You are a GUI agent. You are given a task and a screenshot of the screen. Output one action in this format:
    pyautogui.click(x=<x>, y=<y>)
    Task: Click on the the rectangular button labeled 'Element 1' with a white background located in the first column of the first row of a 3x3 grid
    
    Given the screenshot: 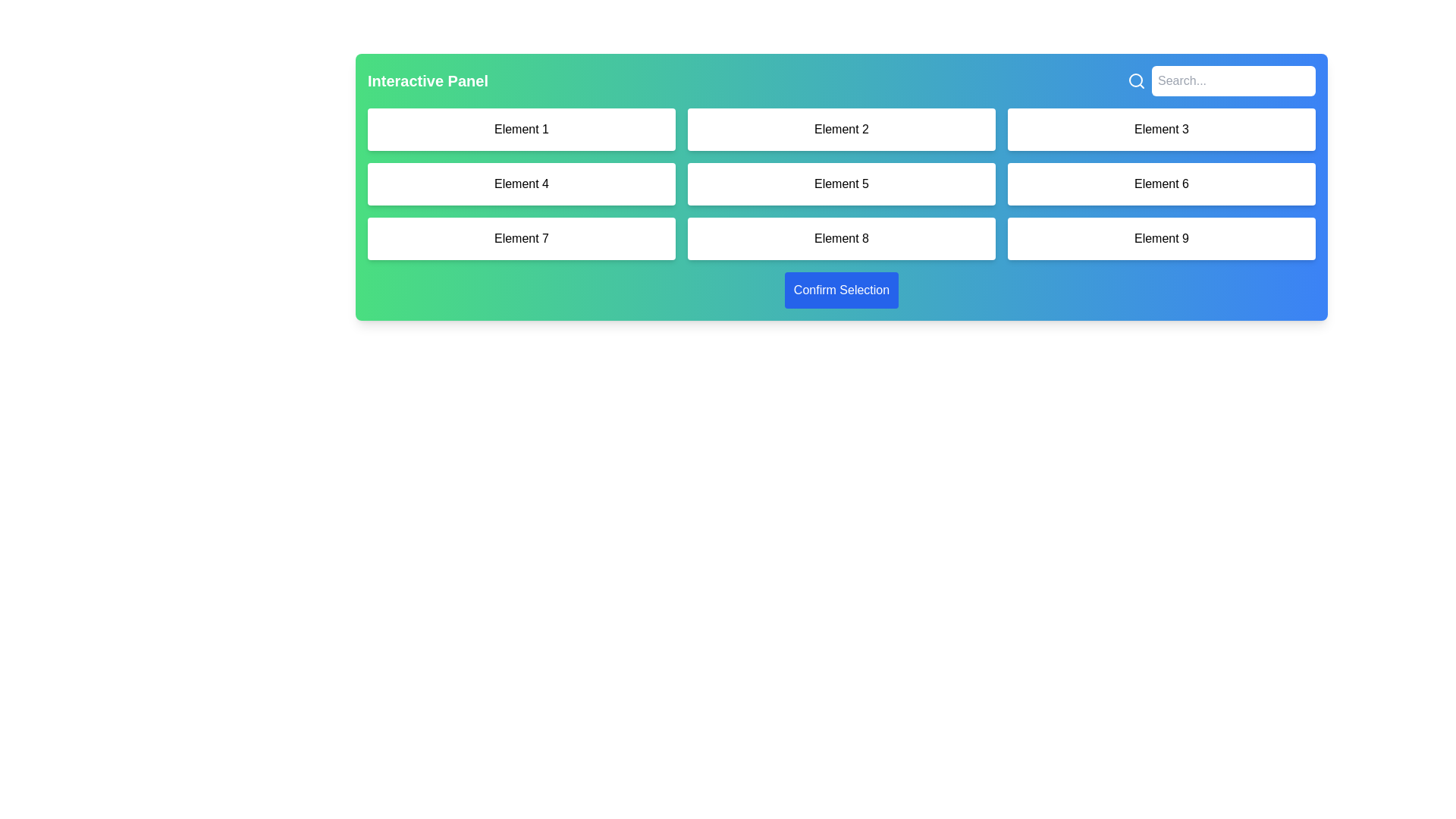 What is the action you would take?
    pyautogui.click(x=521, y=128)
    